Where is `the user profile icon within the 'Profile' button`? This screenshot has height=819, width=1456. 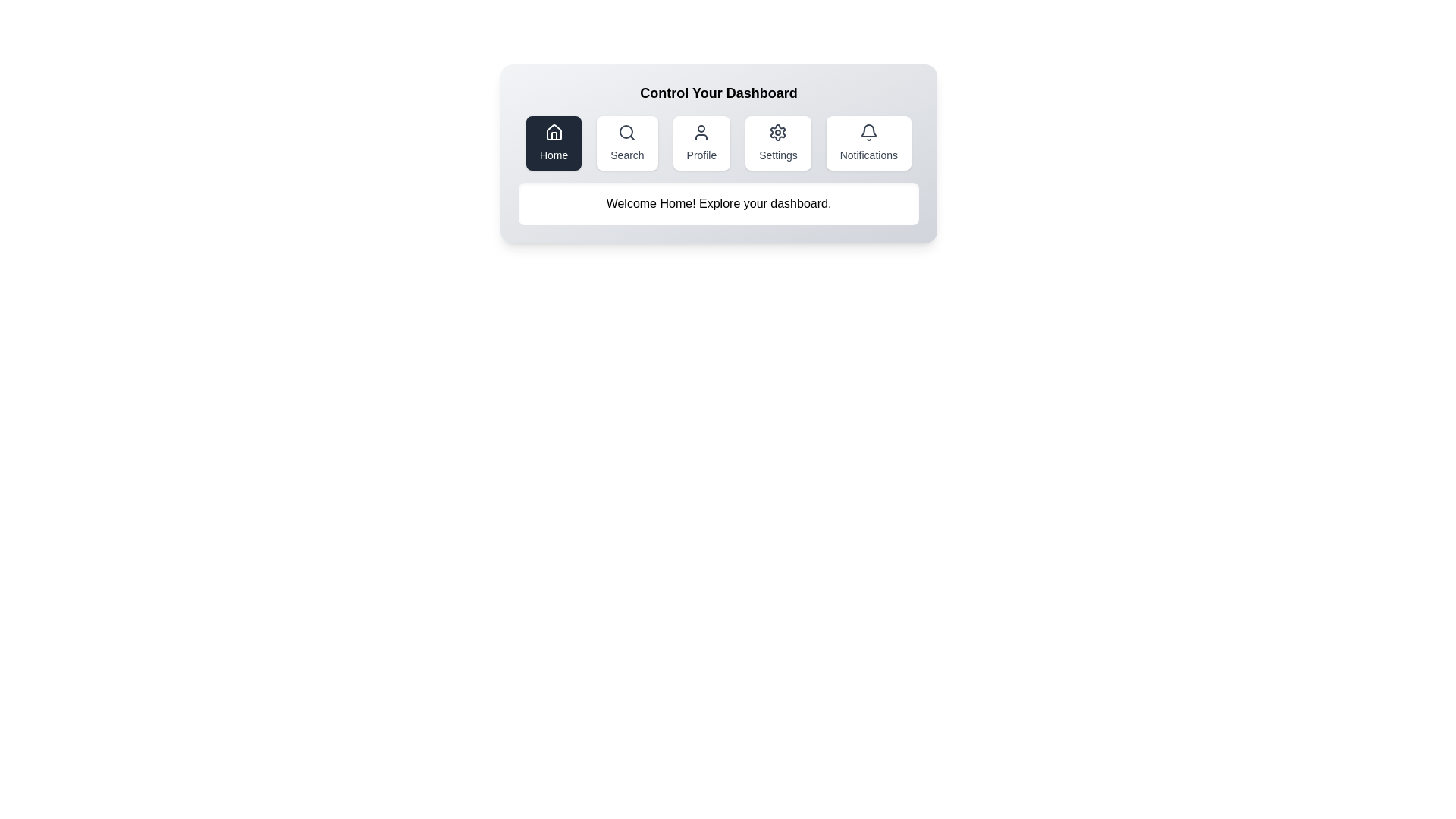 the user profile icon within the 'Profile' button is located at coordinates (701, 131).